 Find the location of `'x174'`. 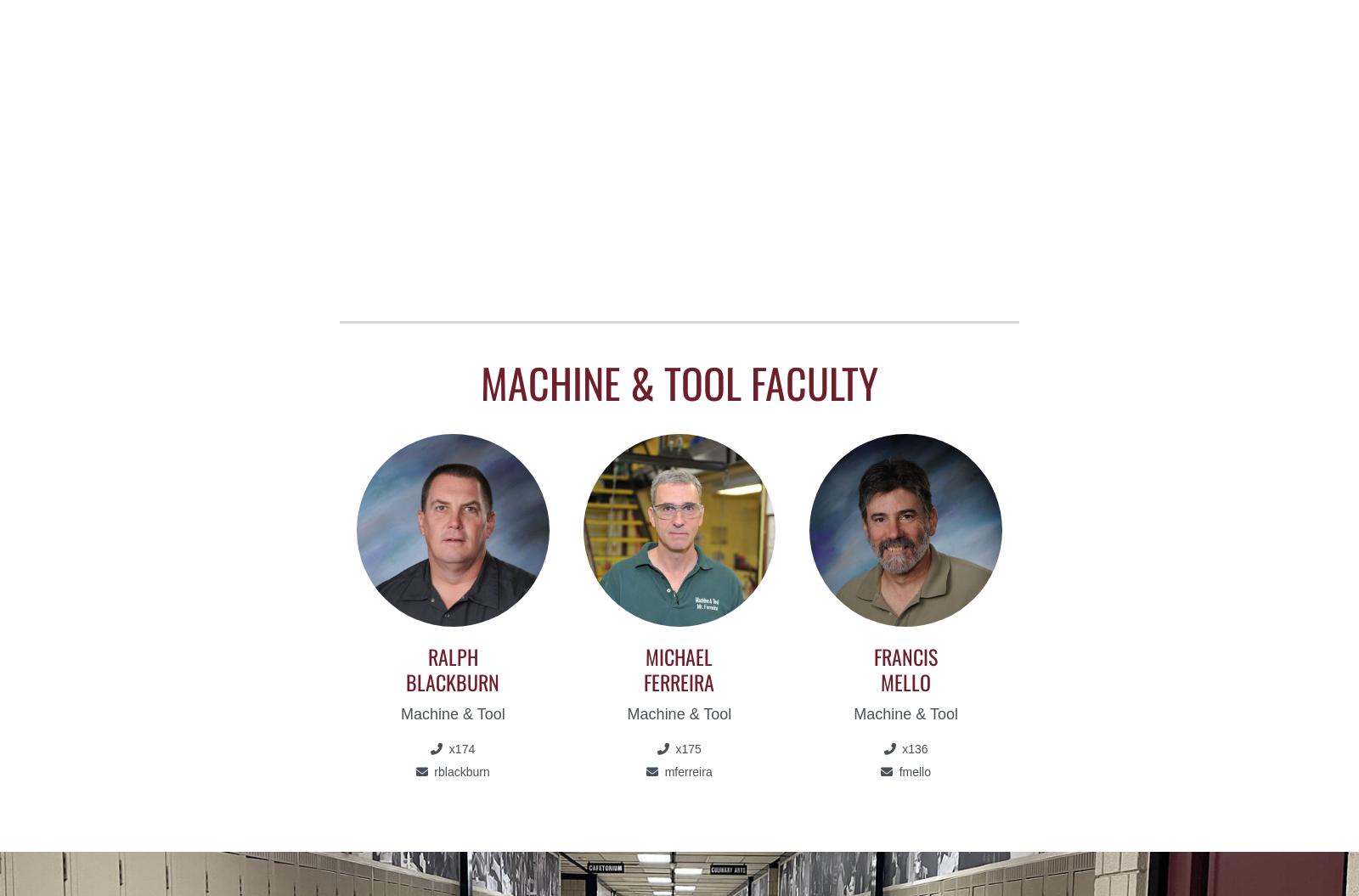

'x174' is located at coordinates (444, 747).